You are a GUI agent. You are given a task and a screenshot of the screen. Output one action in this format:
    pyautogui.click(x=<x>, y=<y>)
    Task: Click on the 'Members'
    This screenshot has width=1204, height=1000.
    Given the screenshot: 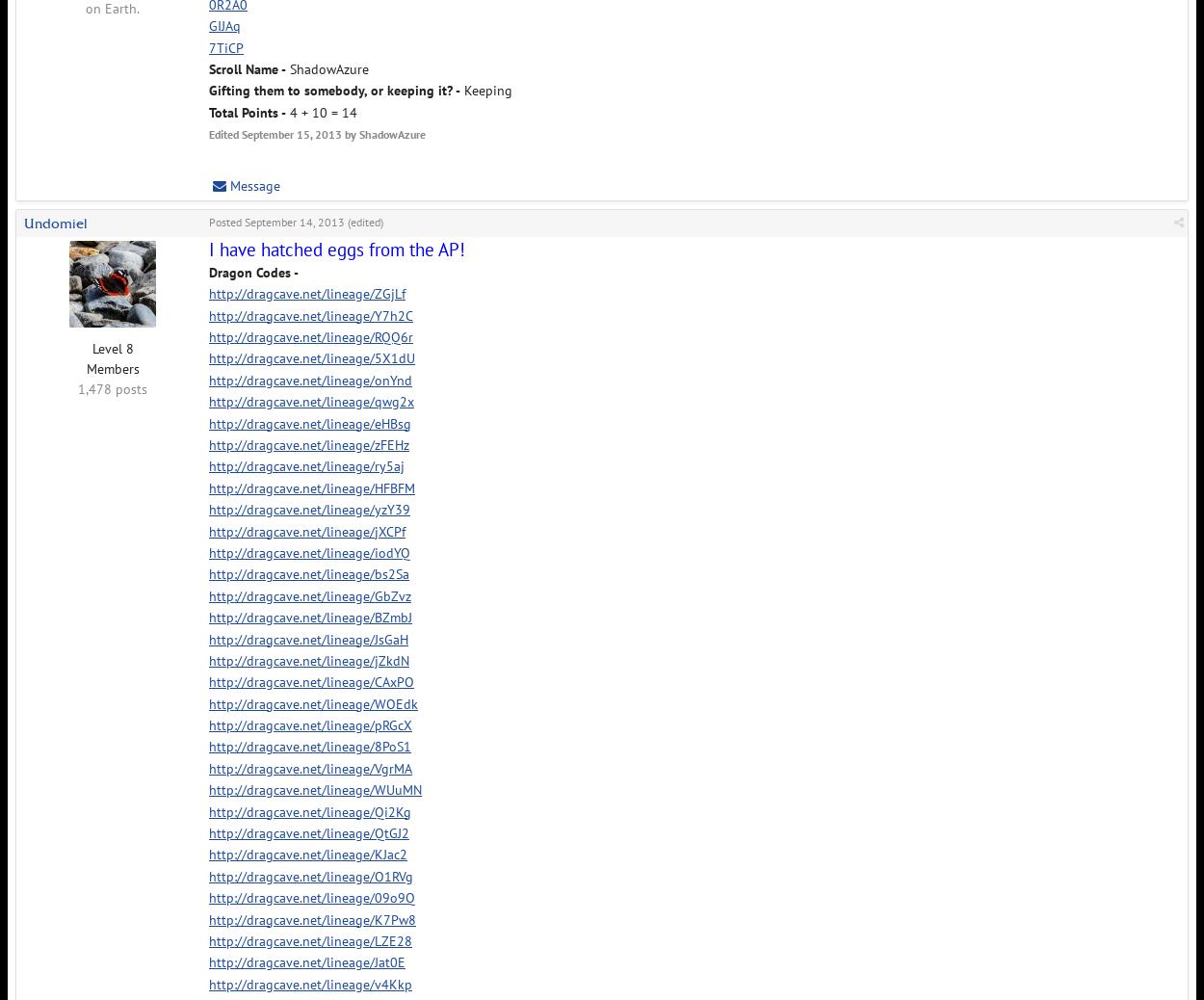 What is the action you would take?
    pyautogui.click(x=111, y=367)
    